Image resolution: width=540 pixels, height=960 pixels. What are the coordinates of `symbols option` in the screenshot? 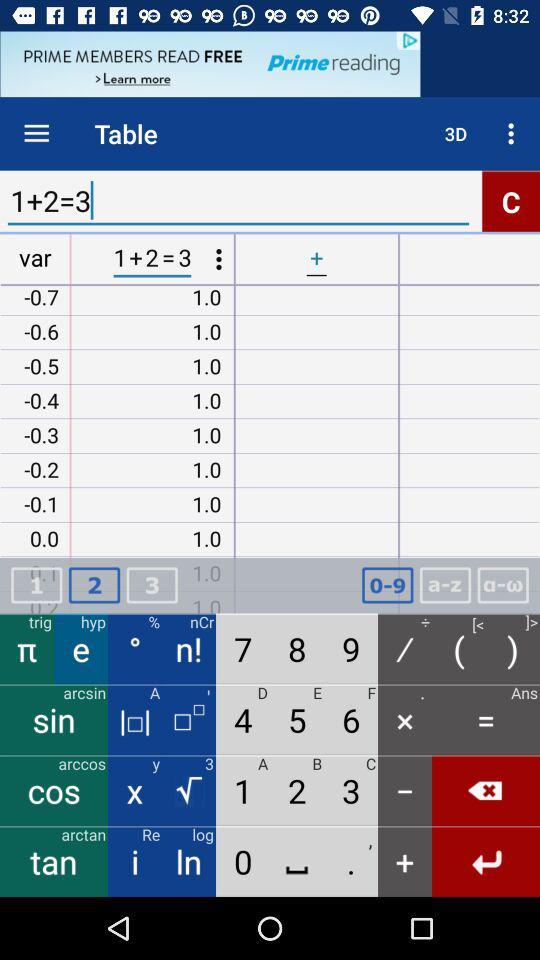 It's located at (502, 585).